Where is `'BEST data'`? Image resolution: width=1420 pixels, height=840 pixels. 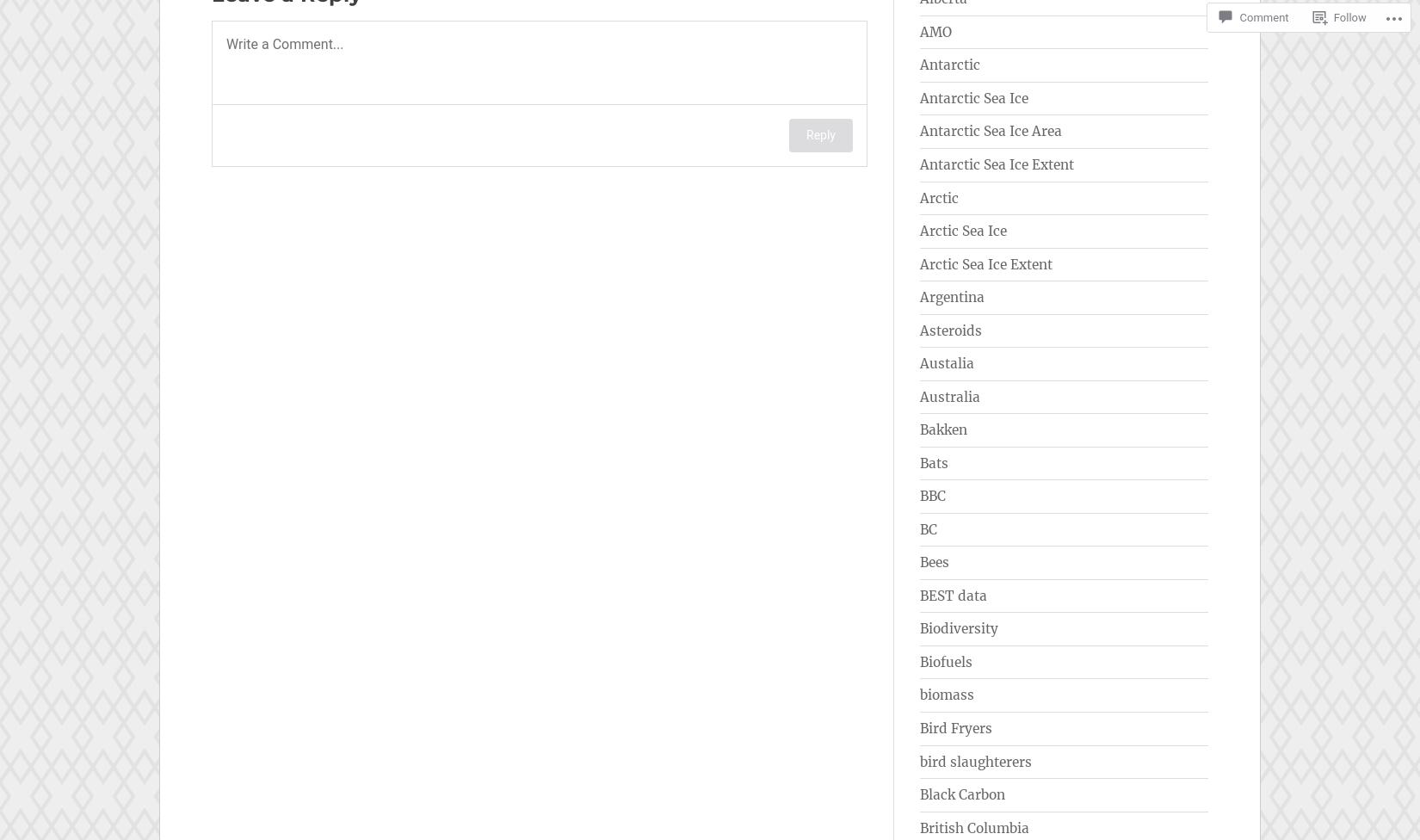
'BEST data' is located at coordinates (953, 594).